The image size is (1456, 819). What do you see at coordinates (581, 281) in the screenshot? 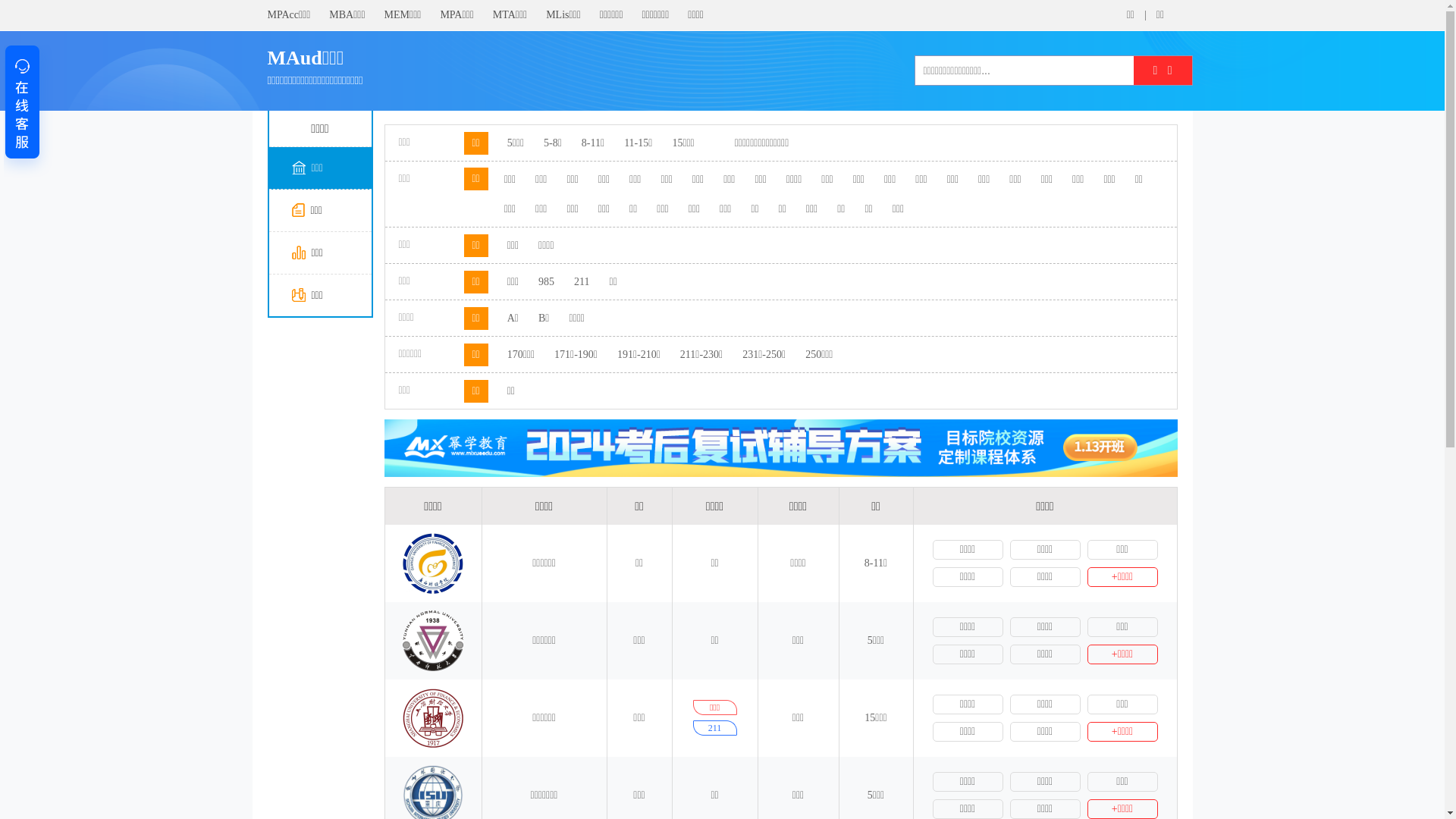
I see `'211'` at bounding box center [581, 281].